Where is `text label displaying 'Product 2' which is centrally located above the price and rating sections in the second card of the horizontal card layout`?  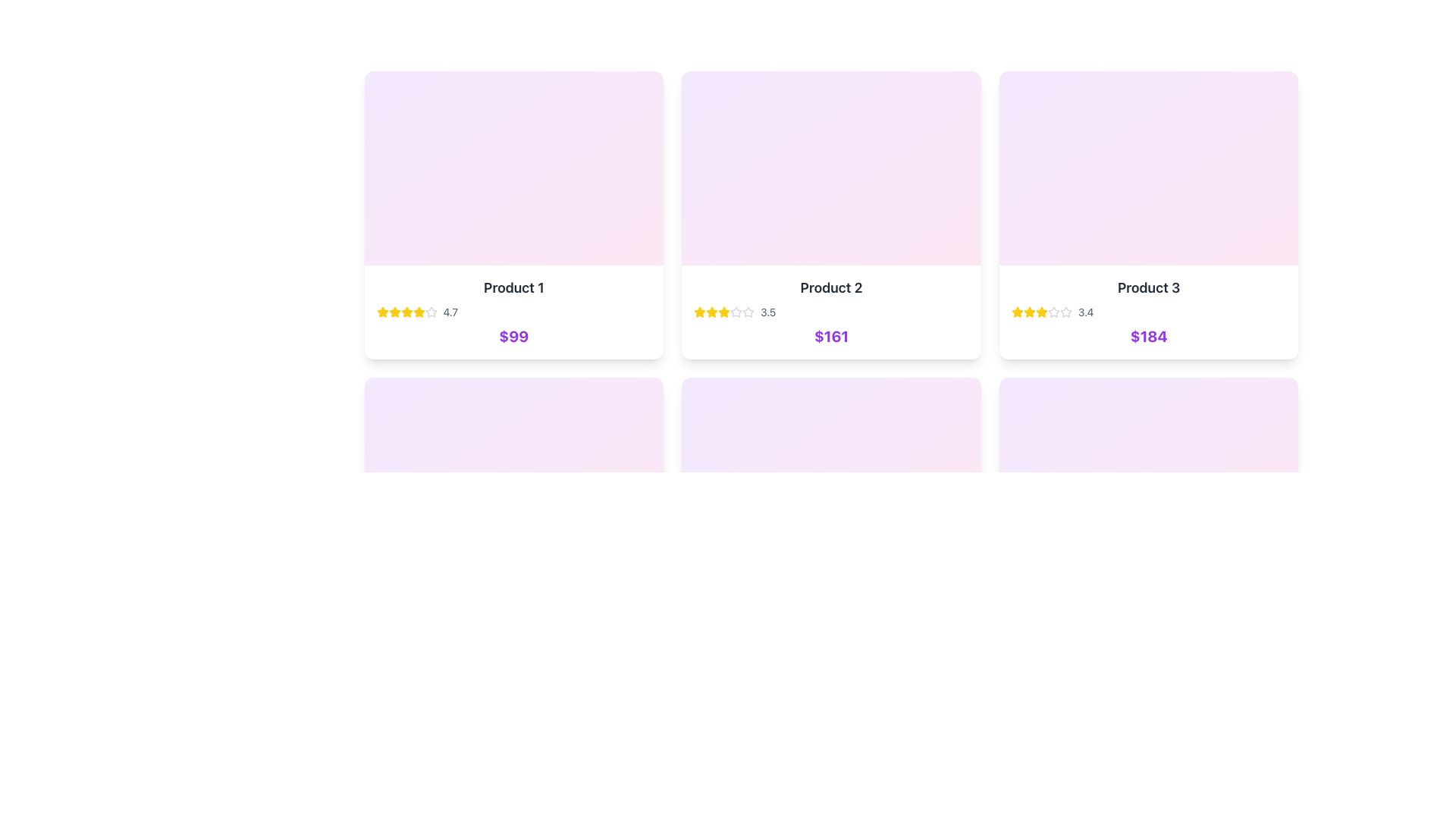
text label displaying 'Product 2' which is centrally located above the price and rating sections in the second card of the horizontal card layout is located at coordinates (830, 288).